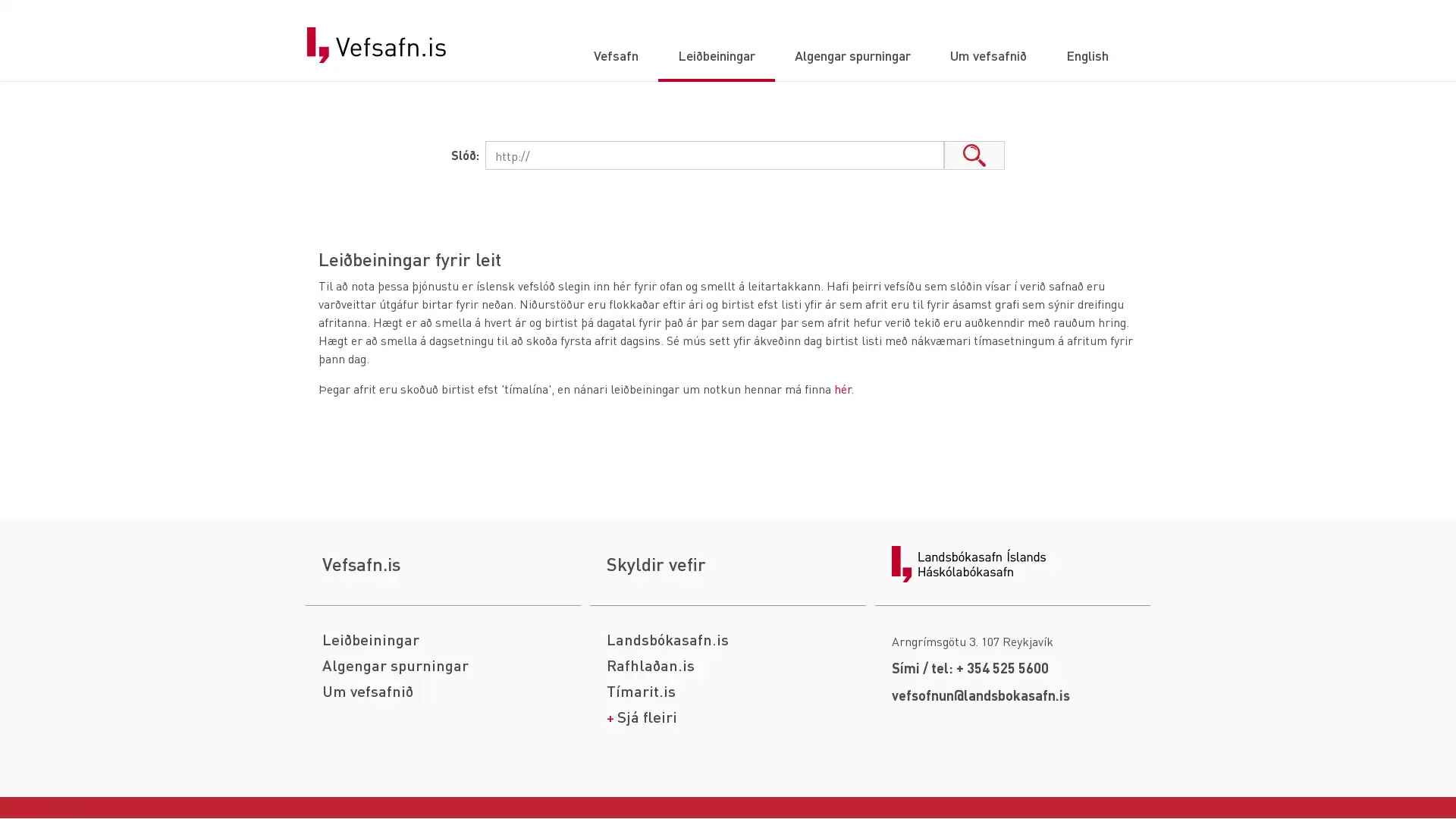 The height and width of the screenshot is (819, 1456). I want to click on Leita, so click(974, 155).